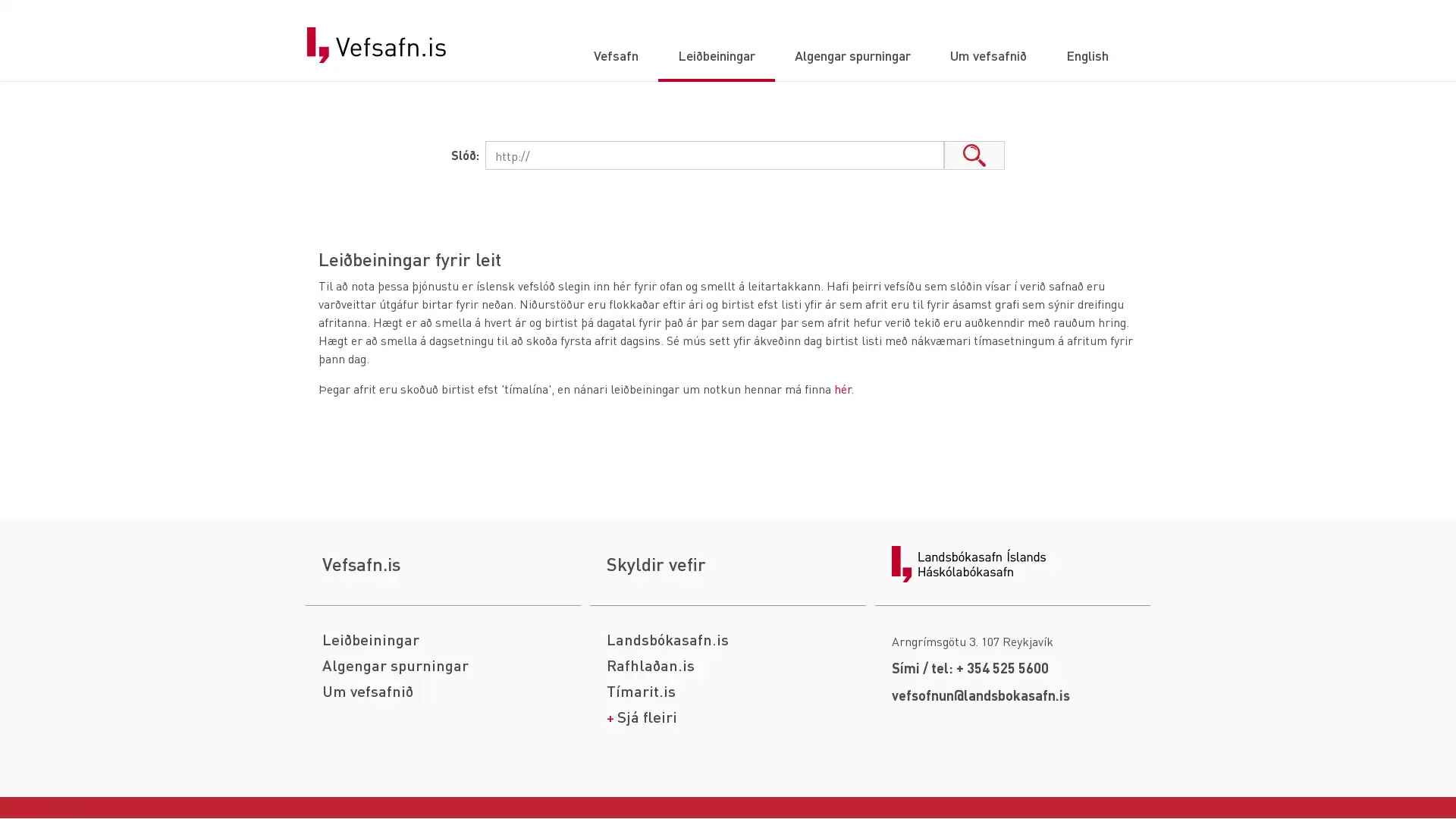 The height and width of the screenshot is (819, 1456). I want to click on Leita, so click(974, 155).